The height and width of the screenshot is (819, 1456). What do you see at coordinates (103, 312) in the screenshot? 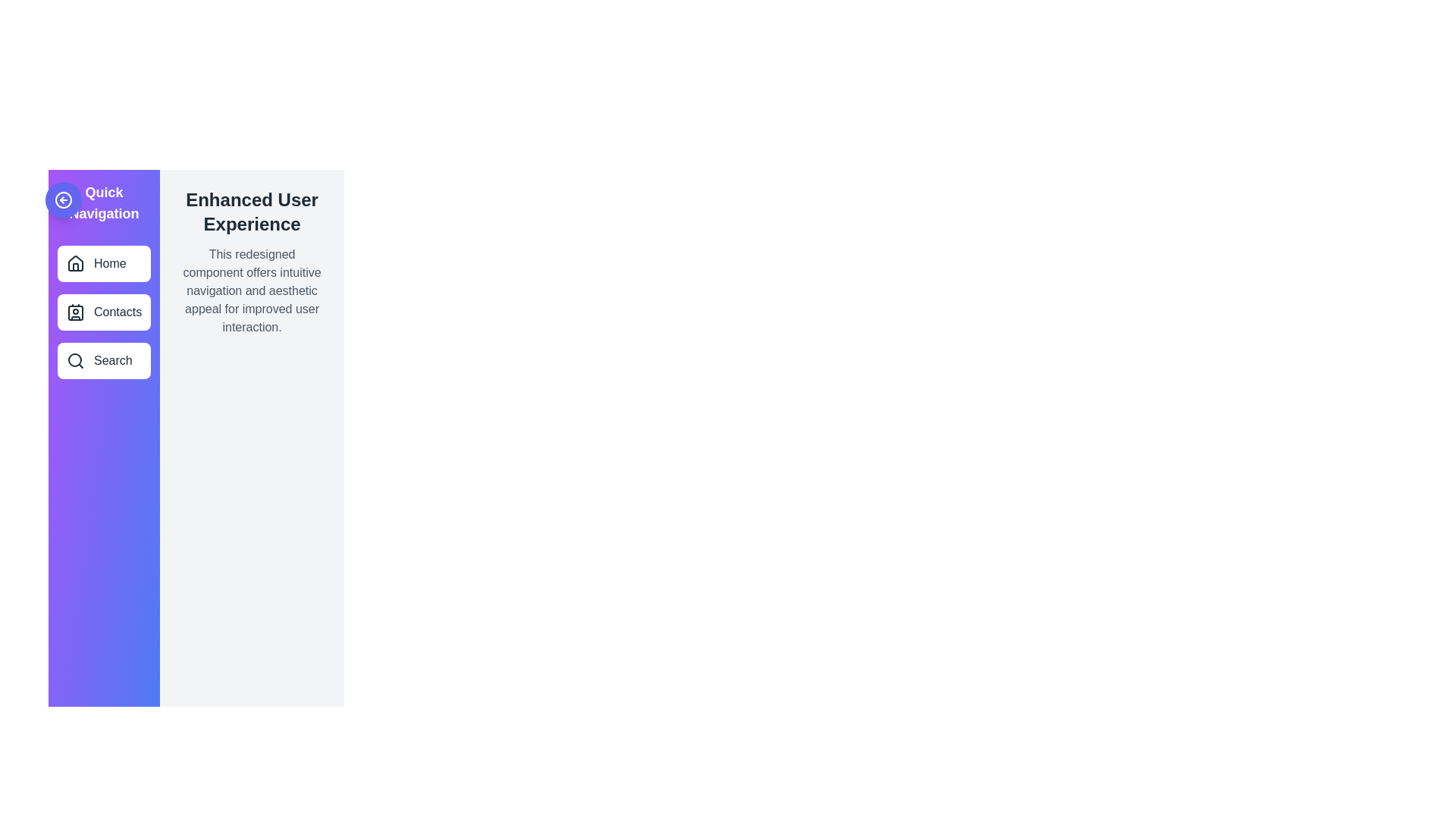
I see `the menu item labeled Contacts` at bounding box center [103, 312].